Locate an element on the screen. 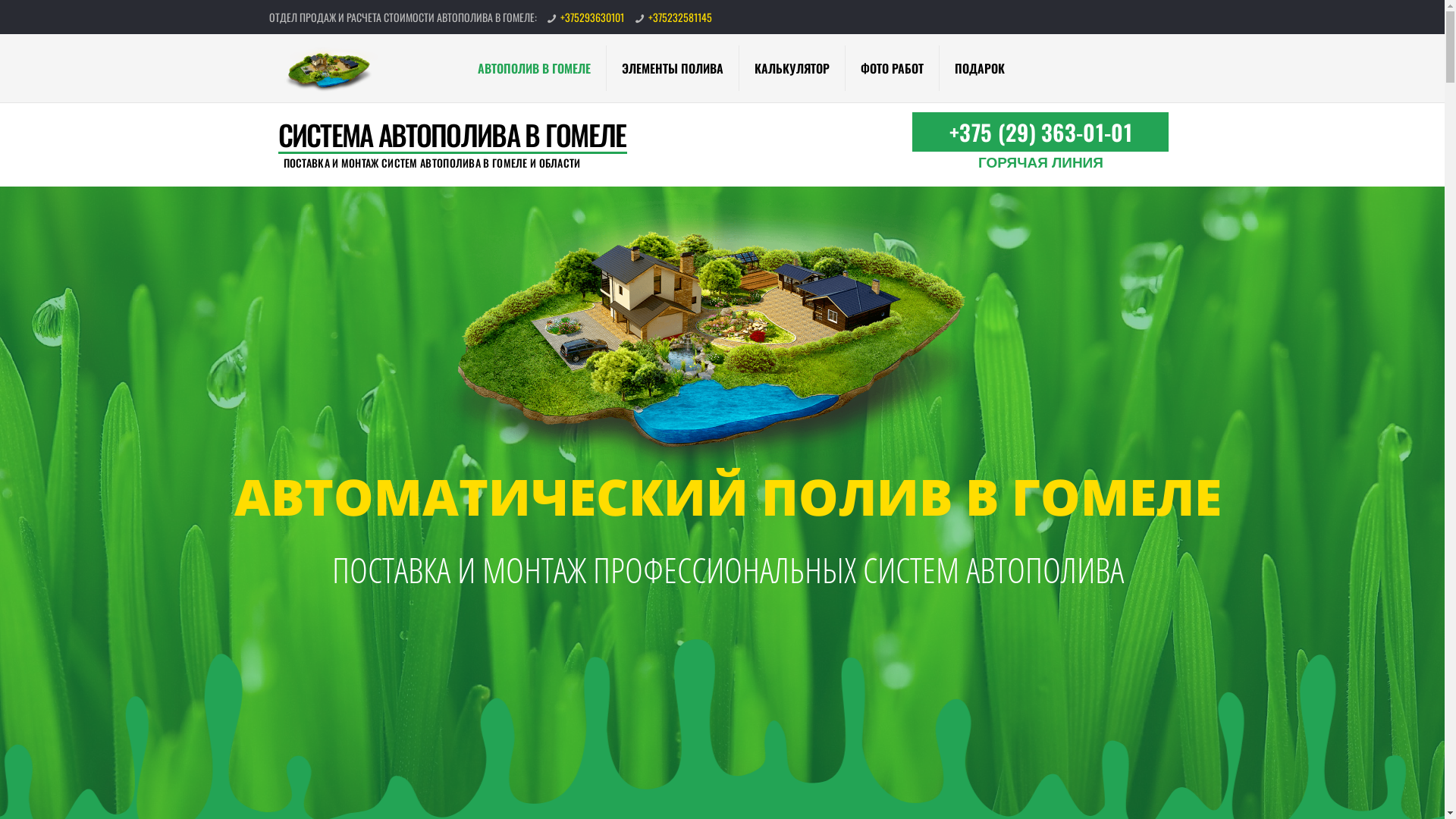  '+375293630101' is located at coordinates (591, 17).